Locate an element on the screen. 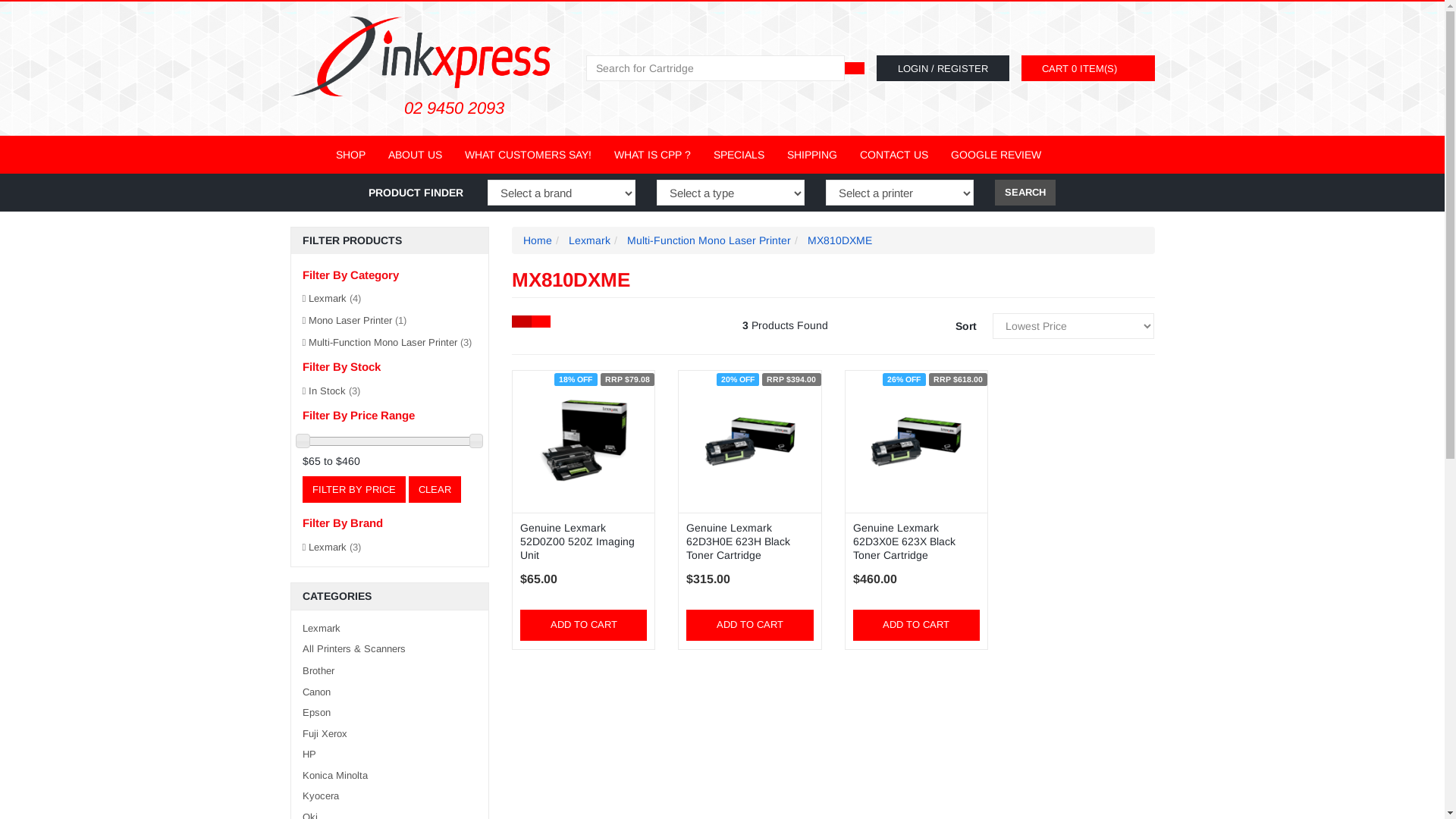 Image resolution: width=1456 pixels, height=819 pixels. 'LOGIN' is located at coordinates (912, 64).